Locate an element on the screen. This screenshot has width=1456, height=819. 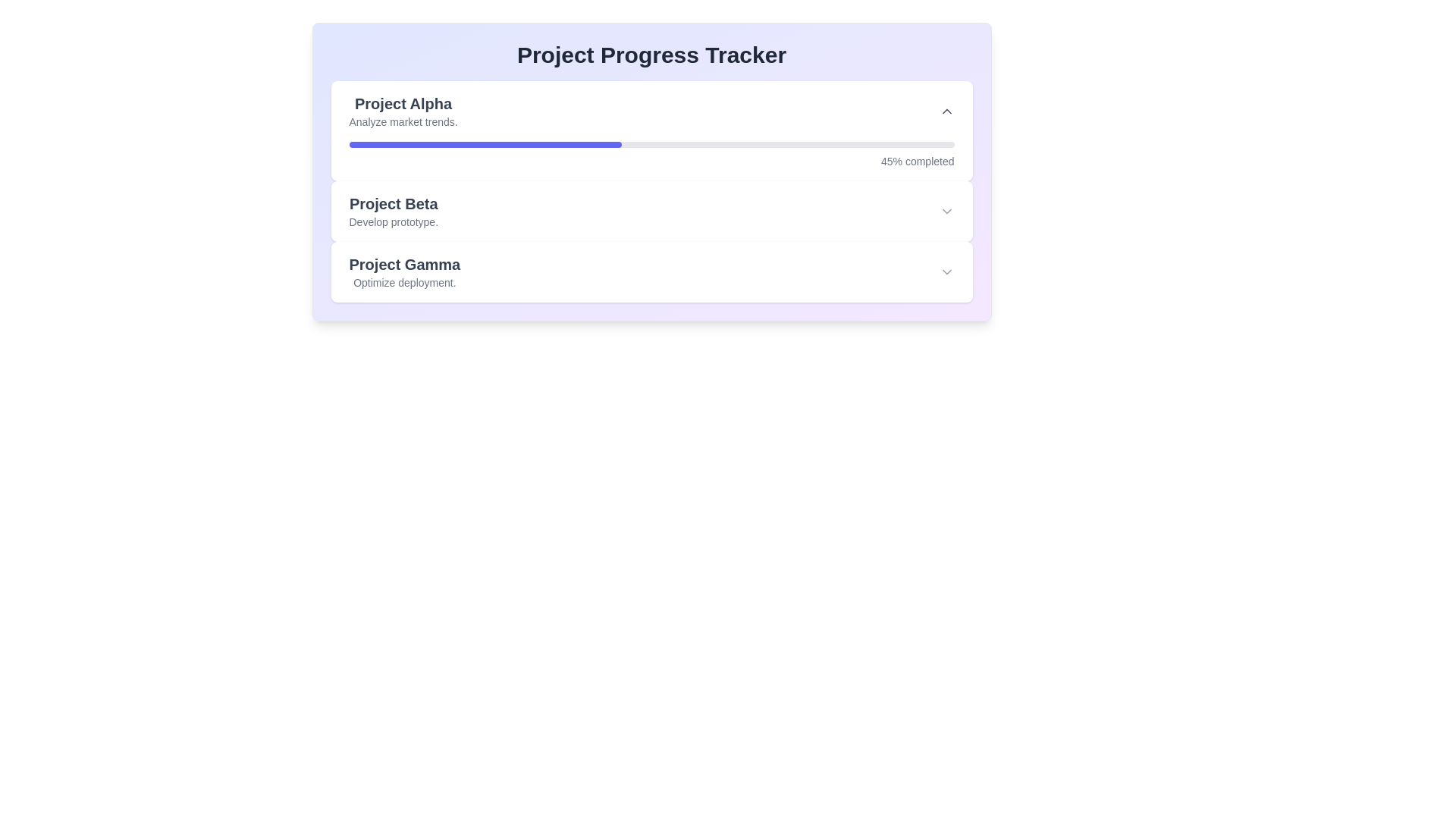
the main heading text label that serves as the title for the project tracking dashboard is located at coordinates (651, 55).